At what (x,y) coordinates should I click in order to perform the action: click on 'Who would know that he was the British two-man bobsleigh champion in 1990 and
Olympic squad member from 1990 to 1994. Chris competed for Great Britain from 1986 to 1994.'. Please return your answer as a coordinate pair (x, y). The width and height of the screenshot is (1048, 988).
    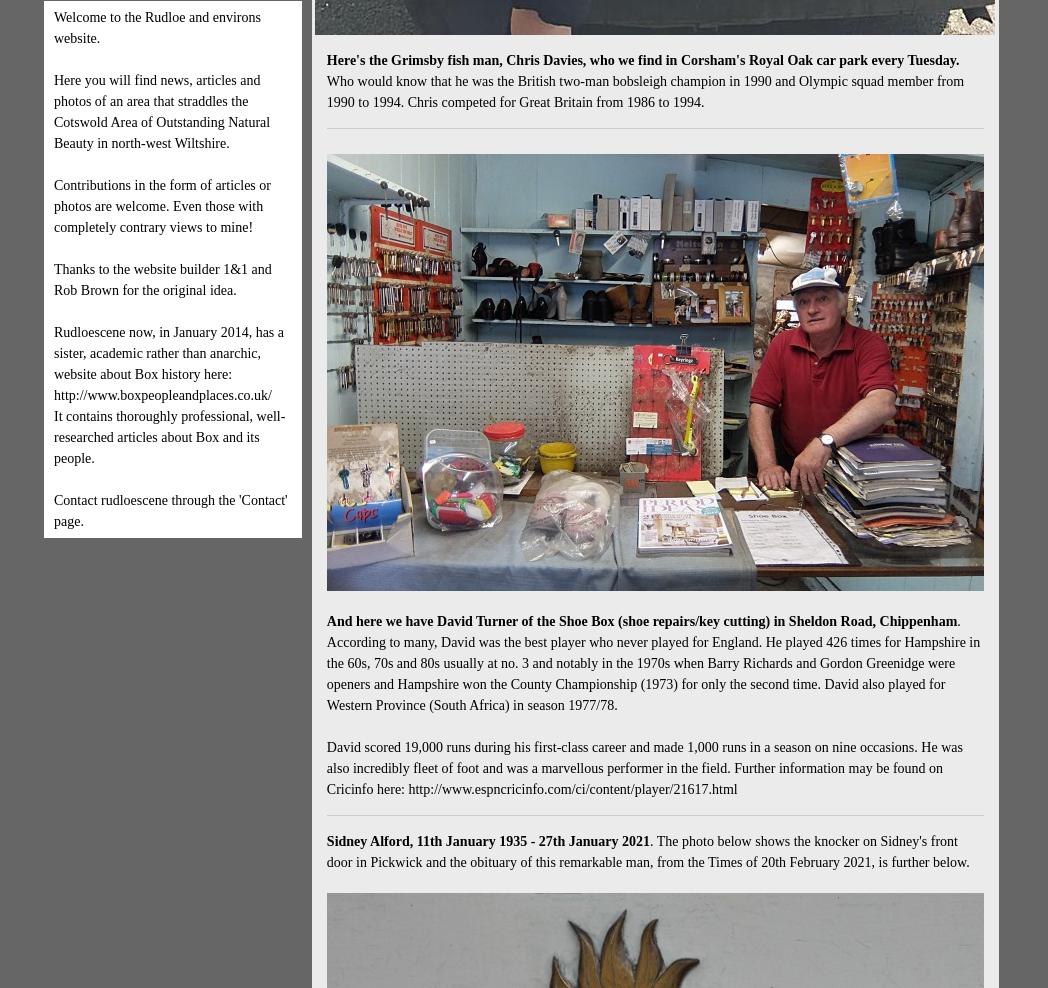
    Looking at the image, I should click on (644, 91).